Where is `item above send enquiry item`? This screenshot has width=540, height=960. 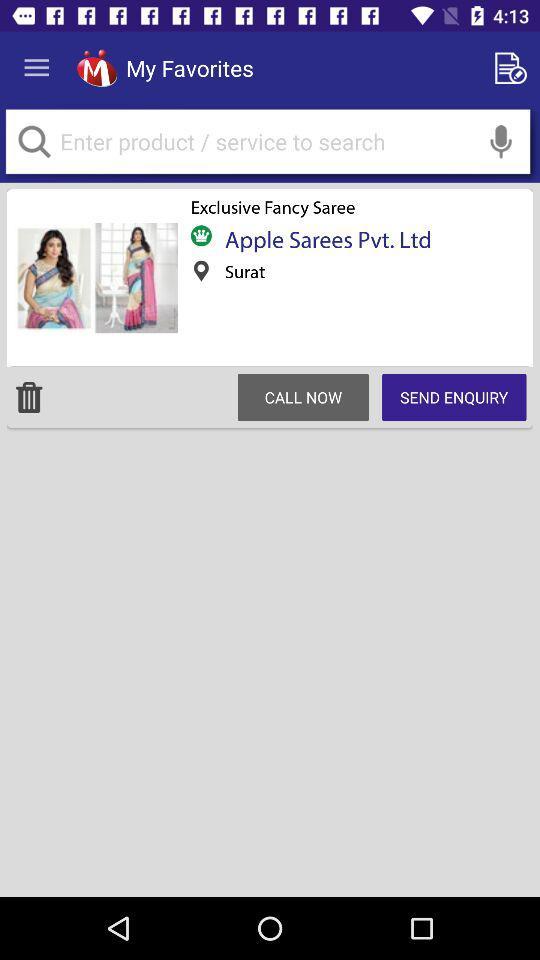
item above send enquiry item is located at coordinates (500, 140).